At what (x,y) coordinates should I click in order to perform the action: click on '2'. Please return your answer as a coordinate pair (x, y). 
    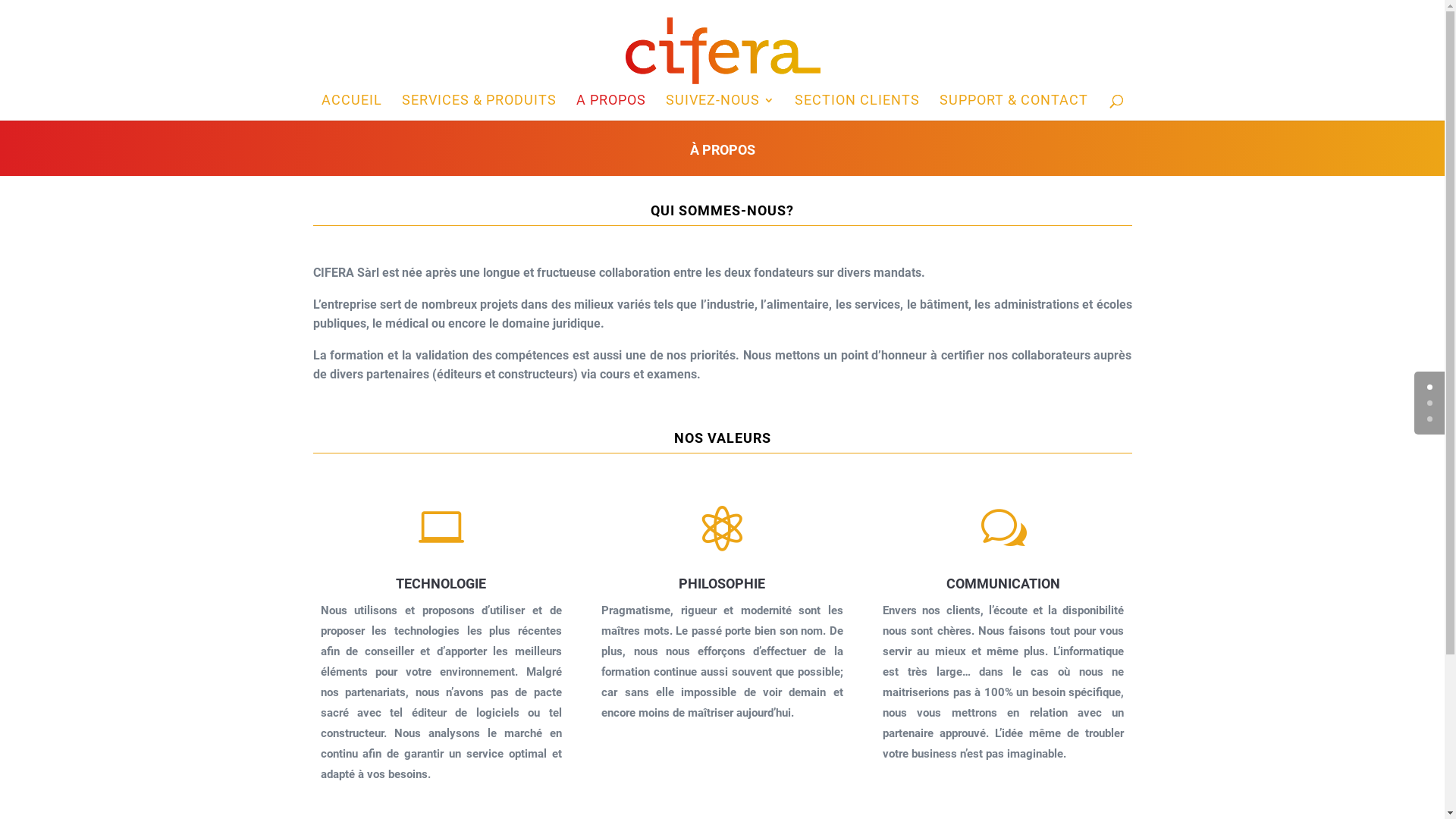
    Looking at the image, I should click on (1426, 419).